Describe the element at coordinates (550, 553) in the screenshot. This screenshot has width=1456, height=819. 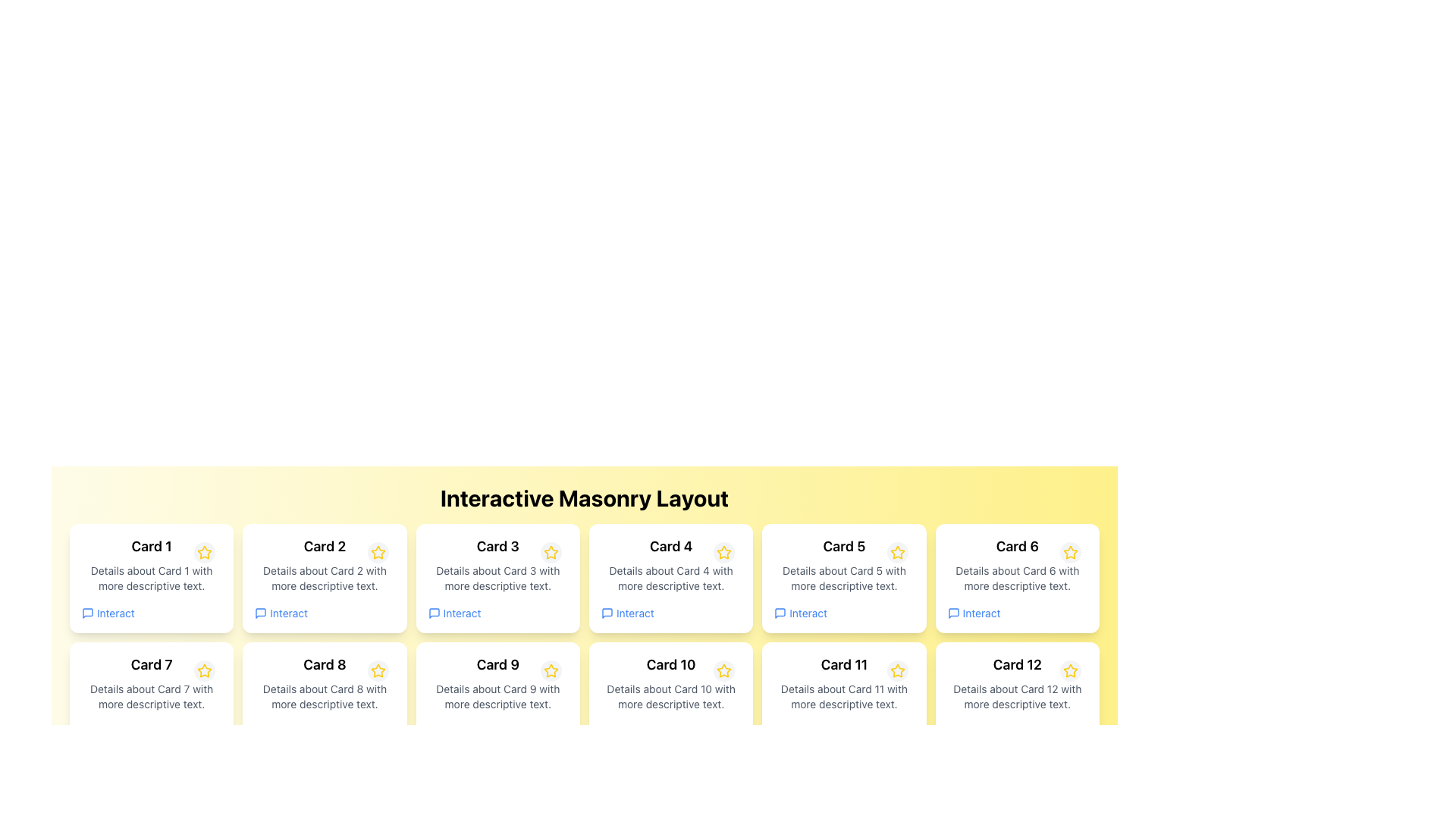
I see `the yellow star icon with a rounded gray background located at the top-right corner of the third card in the grid layout to observe the hover effect` at that location.